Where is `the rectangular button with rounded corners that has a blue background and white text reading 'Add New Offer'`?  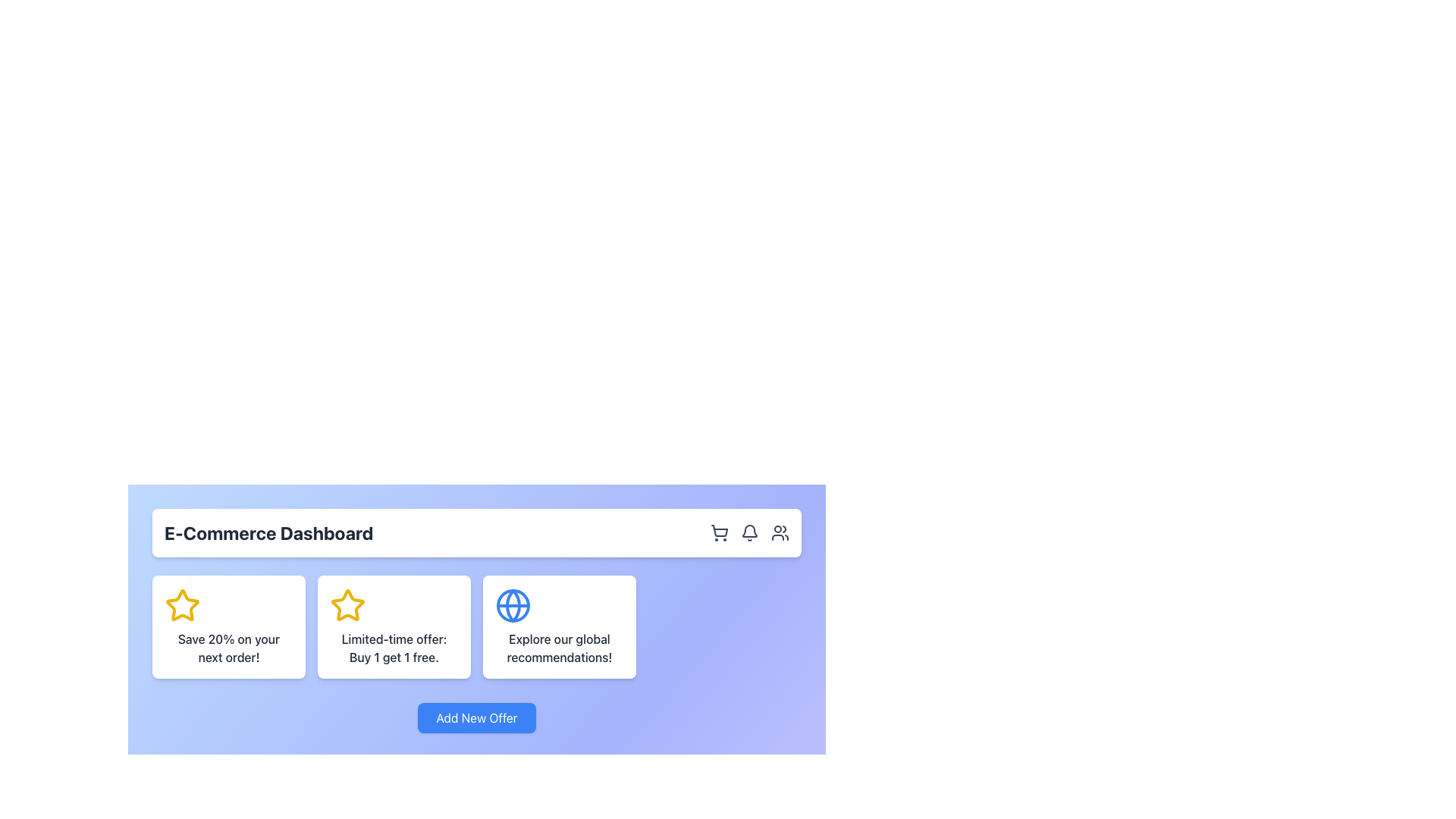
the rectangular button with rounded corners that has a blue background and white text reading 'Add New Offer' is located at coordinates (475, 717).